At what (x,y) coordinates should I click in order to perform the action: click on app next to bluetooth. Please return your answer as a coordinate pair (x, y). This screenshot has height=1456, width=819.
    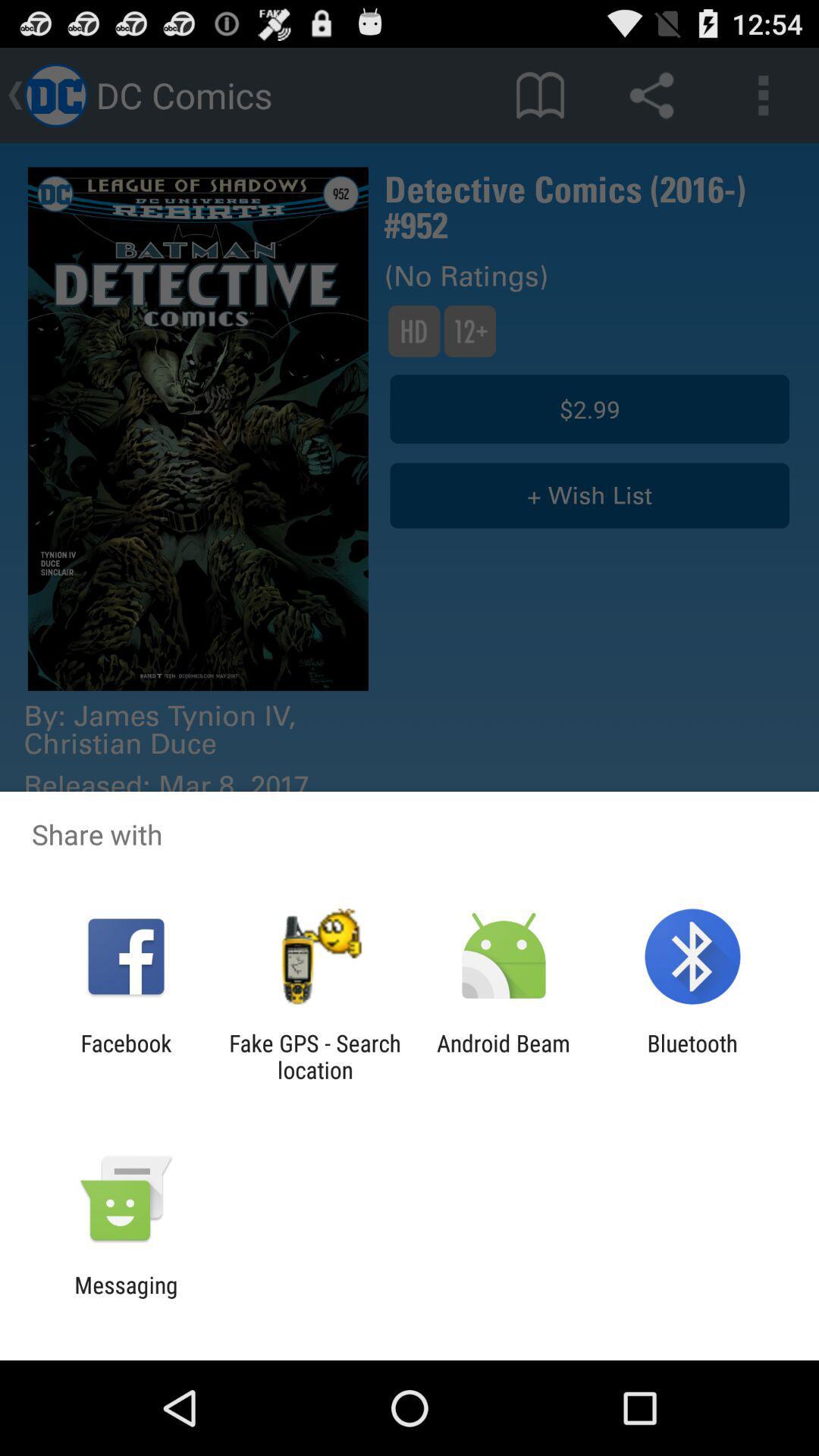
    Looking at the image, I should click on (504, 1056).